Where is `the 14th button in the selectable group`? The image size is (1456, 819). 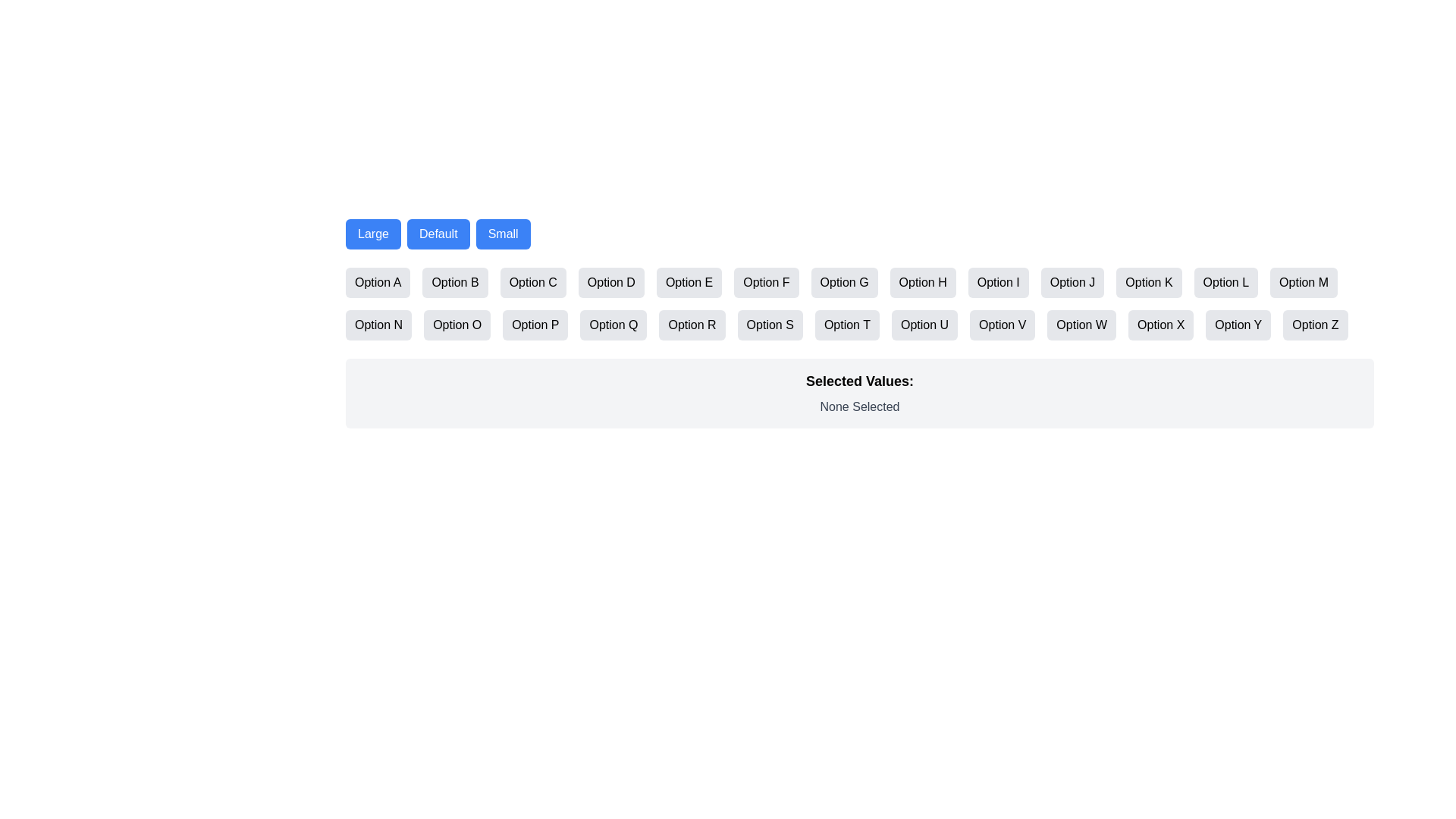 the 14th button in the selectable group is located at coordinates (378, 324).